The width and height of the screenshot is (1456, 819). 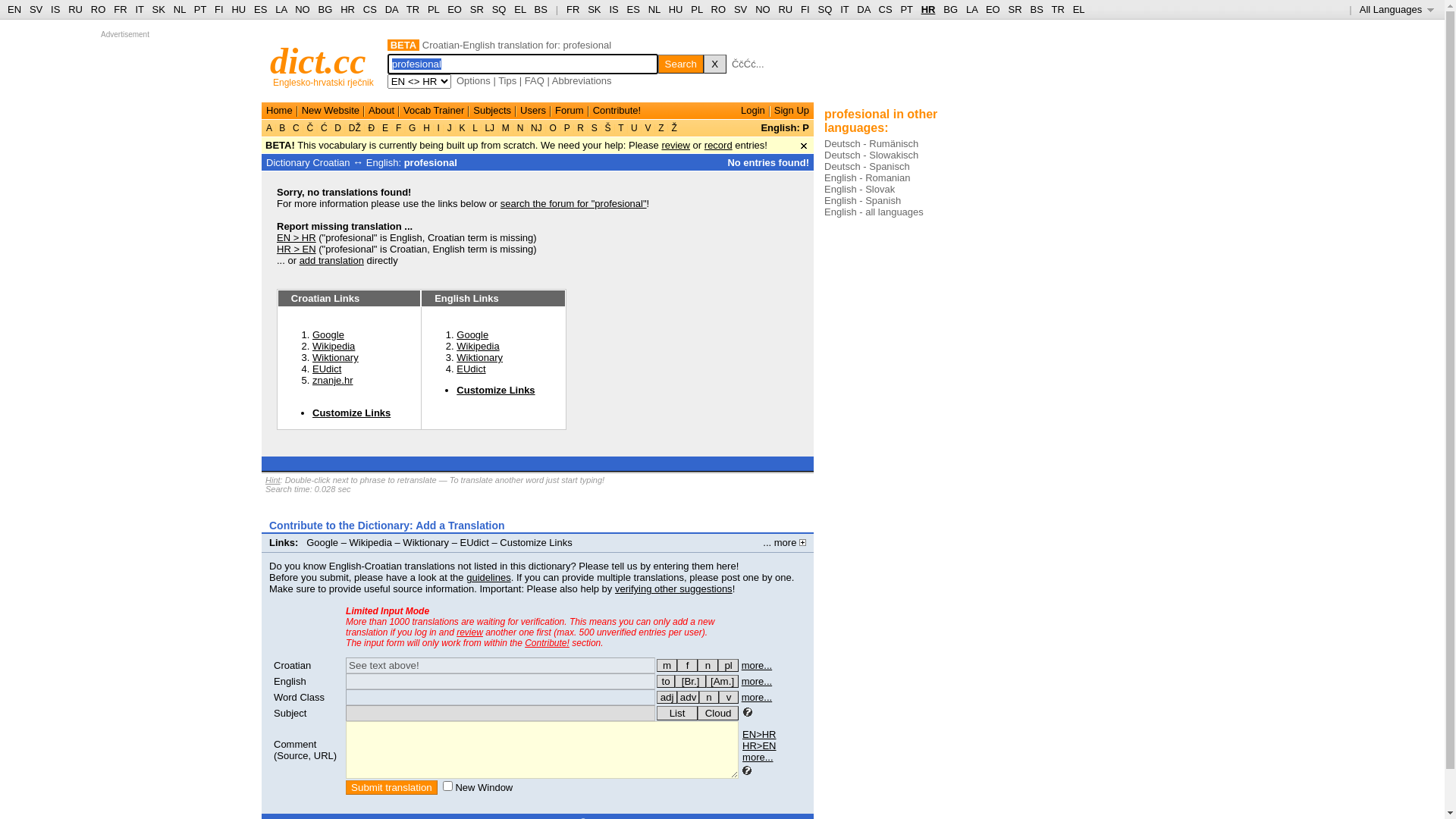 What do you see at coordinates (757, 680) in the screenshot?
I see `'more...'` at bounding box center [757, 680].